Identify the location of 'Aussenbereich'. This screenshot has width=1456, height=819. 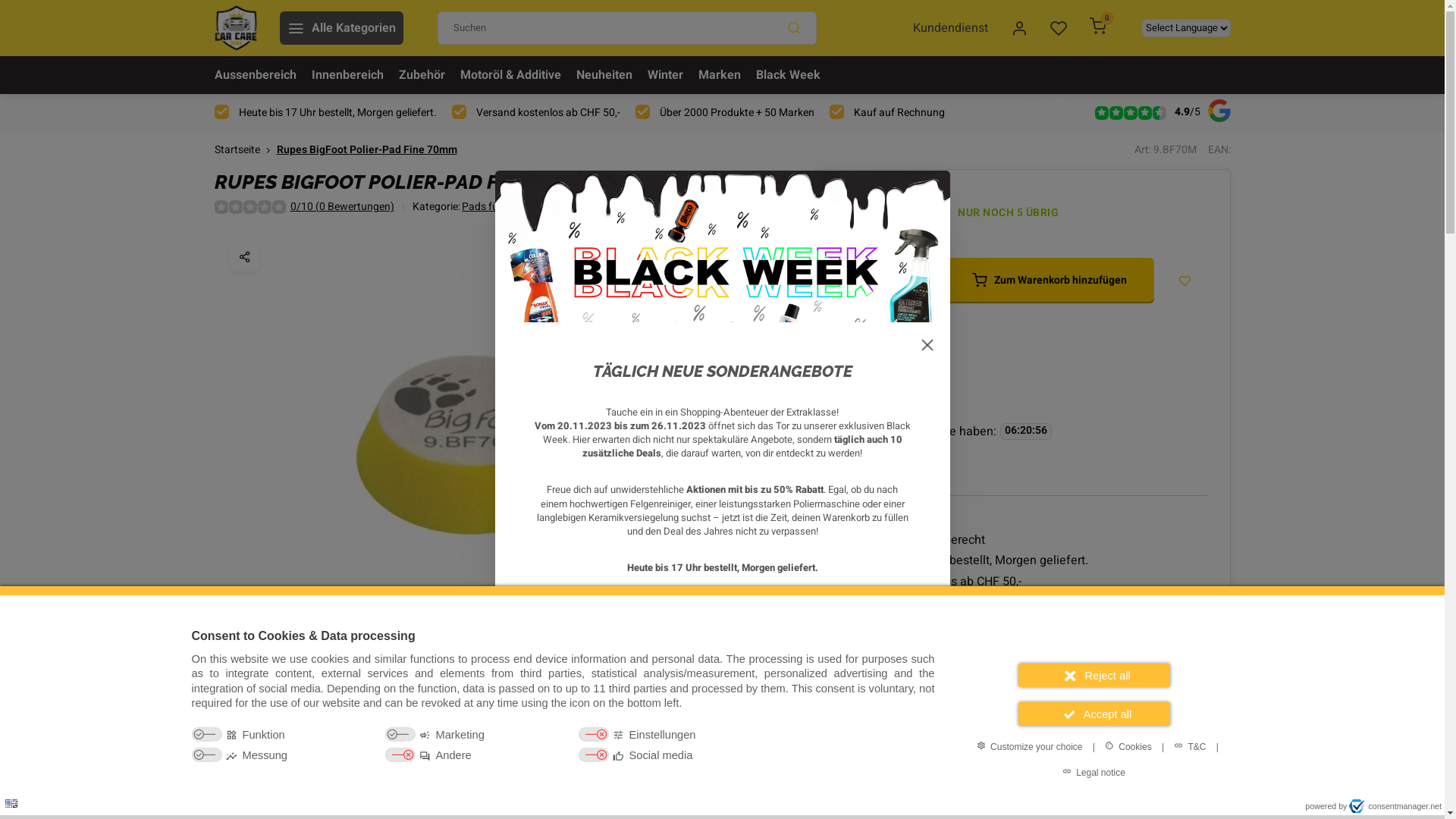
(255, 75).